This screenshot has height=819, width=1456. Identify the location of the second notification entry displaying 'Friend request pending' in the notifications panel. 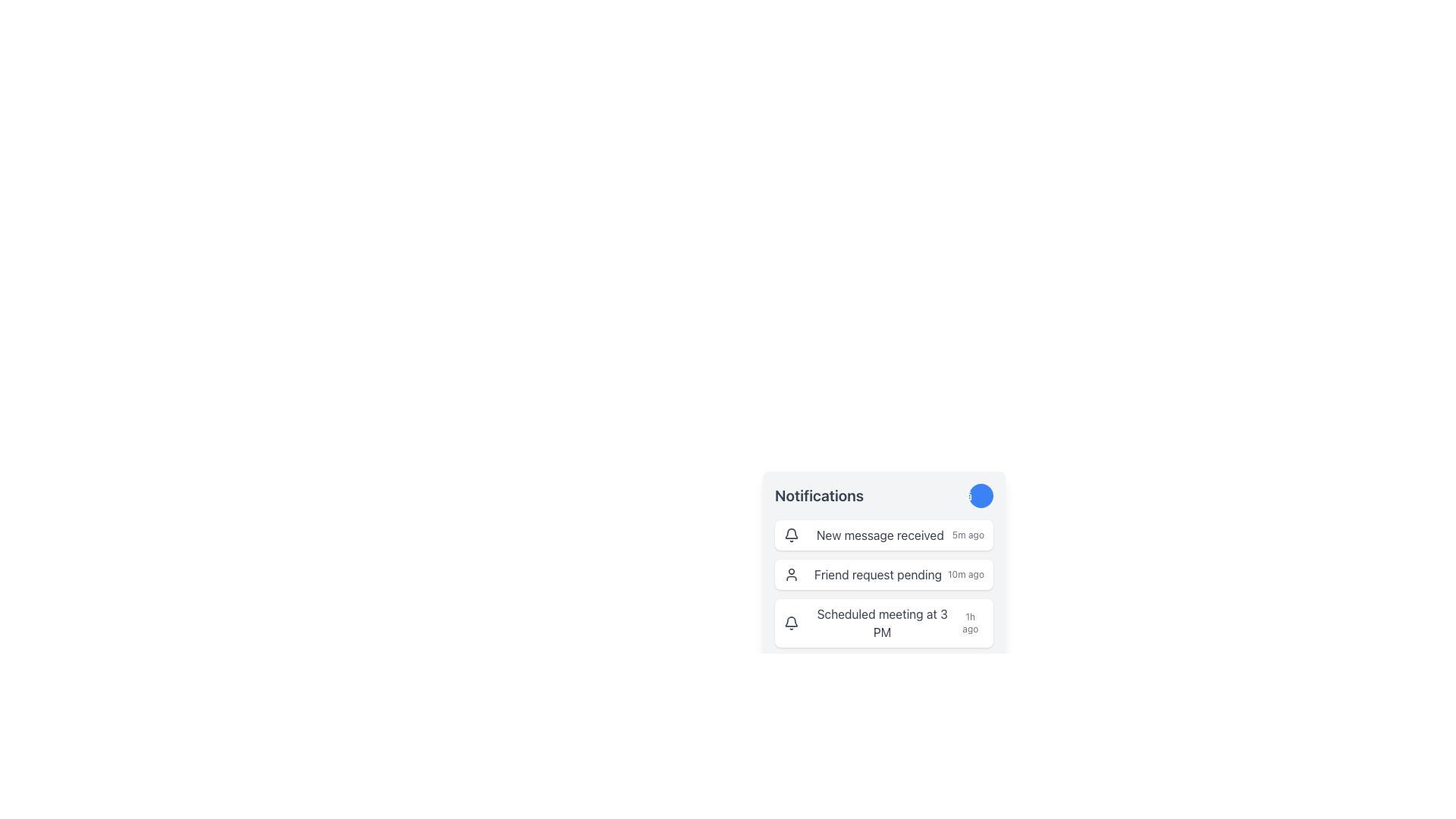
(884, 583).